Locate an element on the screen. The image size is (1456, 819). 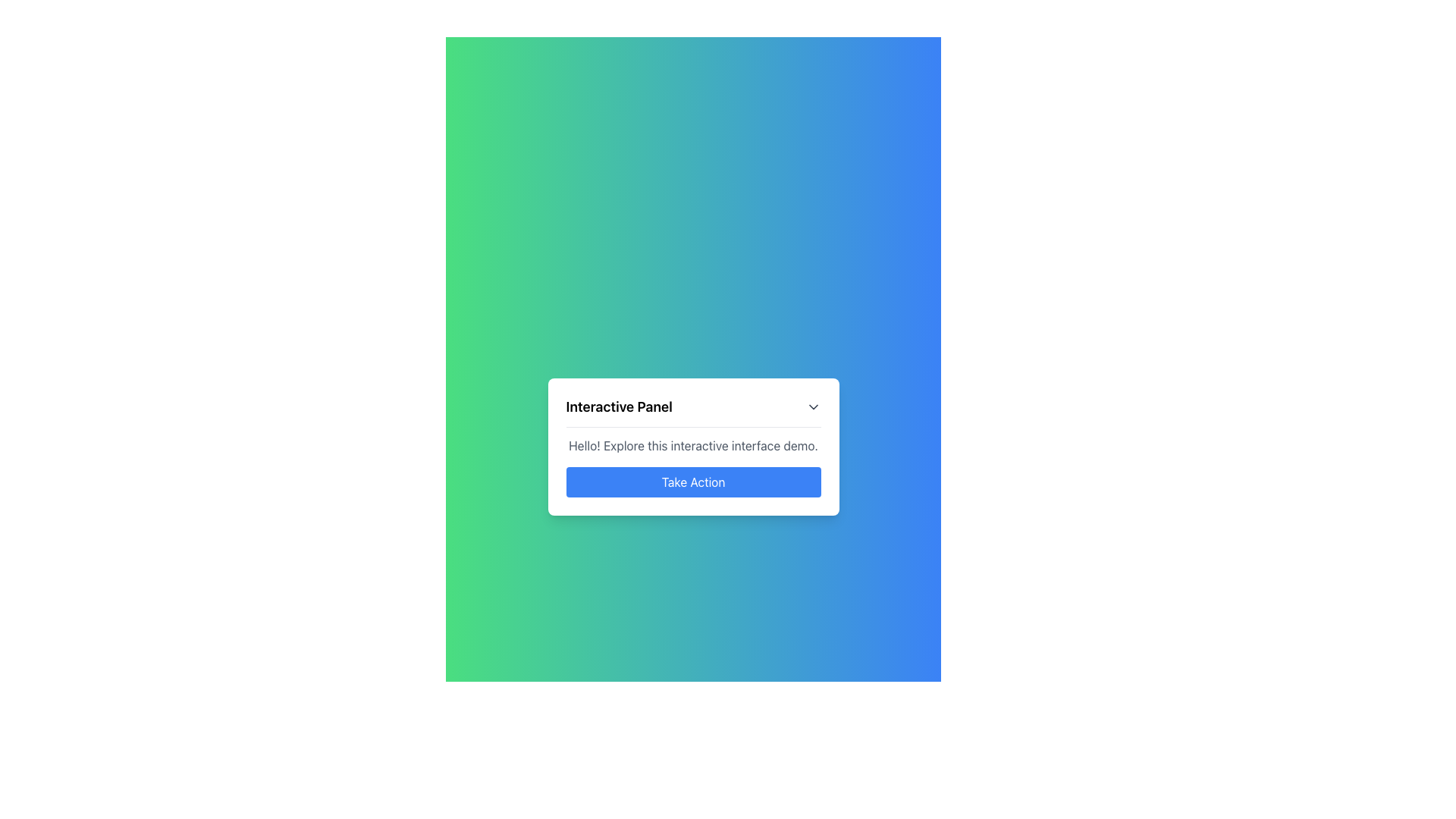
the rectangular blue button labeled 'Take Action' located below the text 'Hello! Explore this interactive interface demo.' is located at coordinates (692, 482).